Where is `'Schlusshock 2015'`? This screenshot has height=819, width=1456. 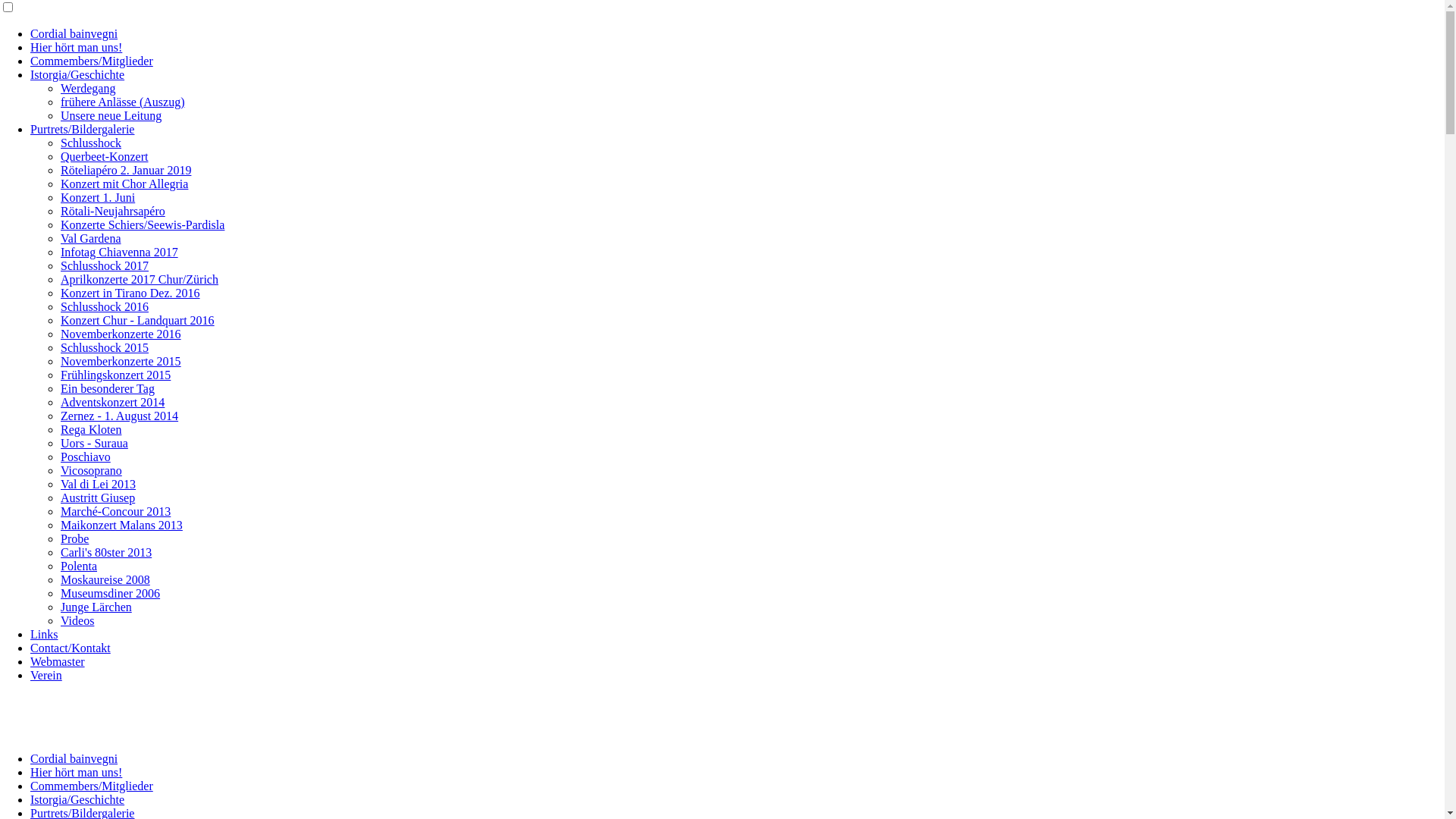
'Schlusshock 2015' is located at coordinates (104, 347).